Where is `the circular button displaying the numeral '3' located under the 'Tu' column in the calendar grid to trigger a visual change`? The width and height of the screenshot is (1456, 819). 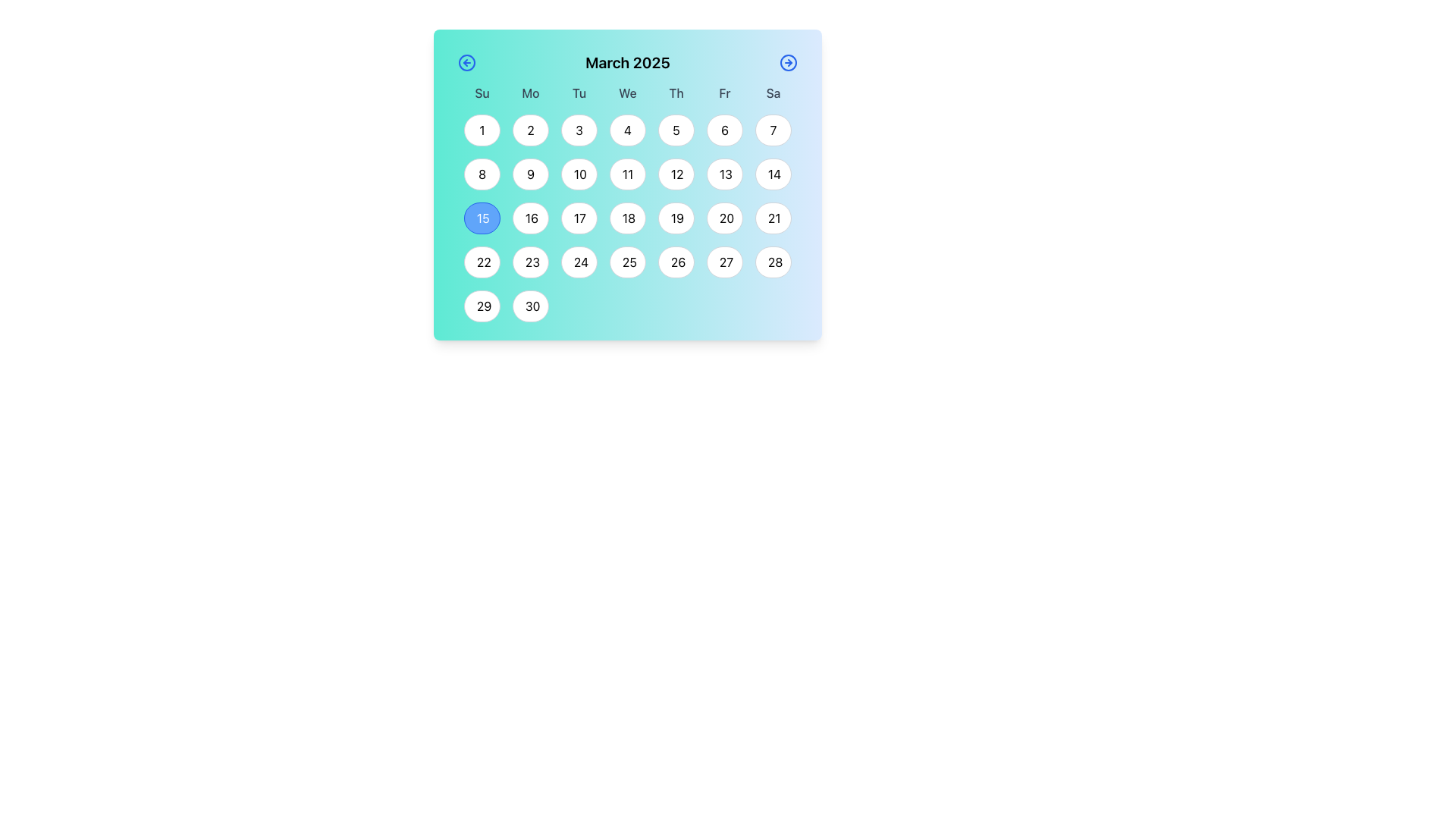
the circular button displaying the numeral '3' located under the 'Tu' column in the calendar grid to trigger a visual change is located at coordinates (578, 130).